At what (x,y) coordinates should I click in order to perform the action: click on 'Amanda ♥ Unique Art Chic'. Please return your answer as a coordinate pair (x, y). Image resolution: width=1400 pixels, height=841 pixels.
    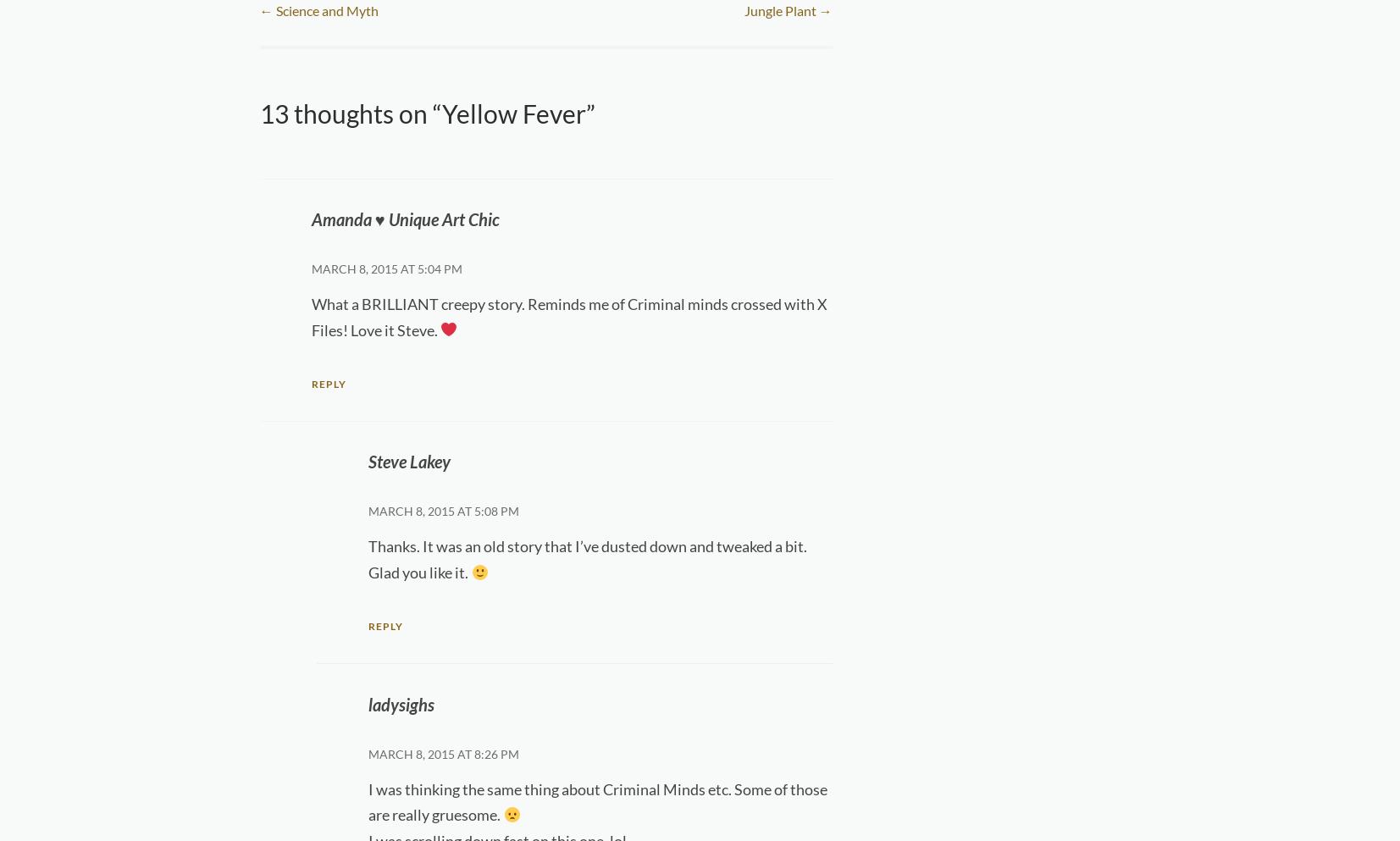
    Looking at the image, I should click on (404, 218).